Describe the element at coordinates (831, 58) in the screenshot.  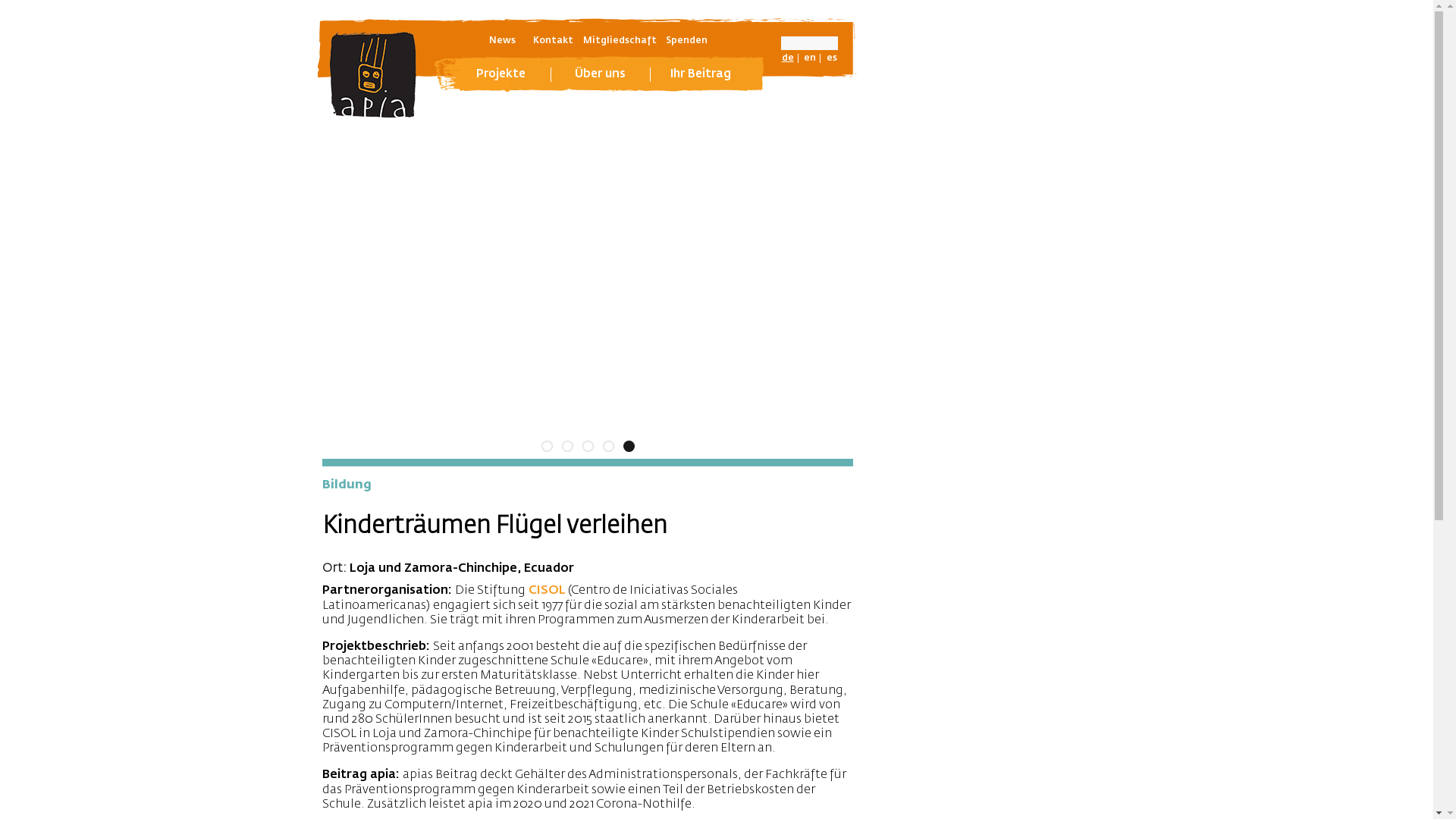
I see `'es'` at that location.